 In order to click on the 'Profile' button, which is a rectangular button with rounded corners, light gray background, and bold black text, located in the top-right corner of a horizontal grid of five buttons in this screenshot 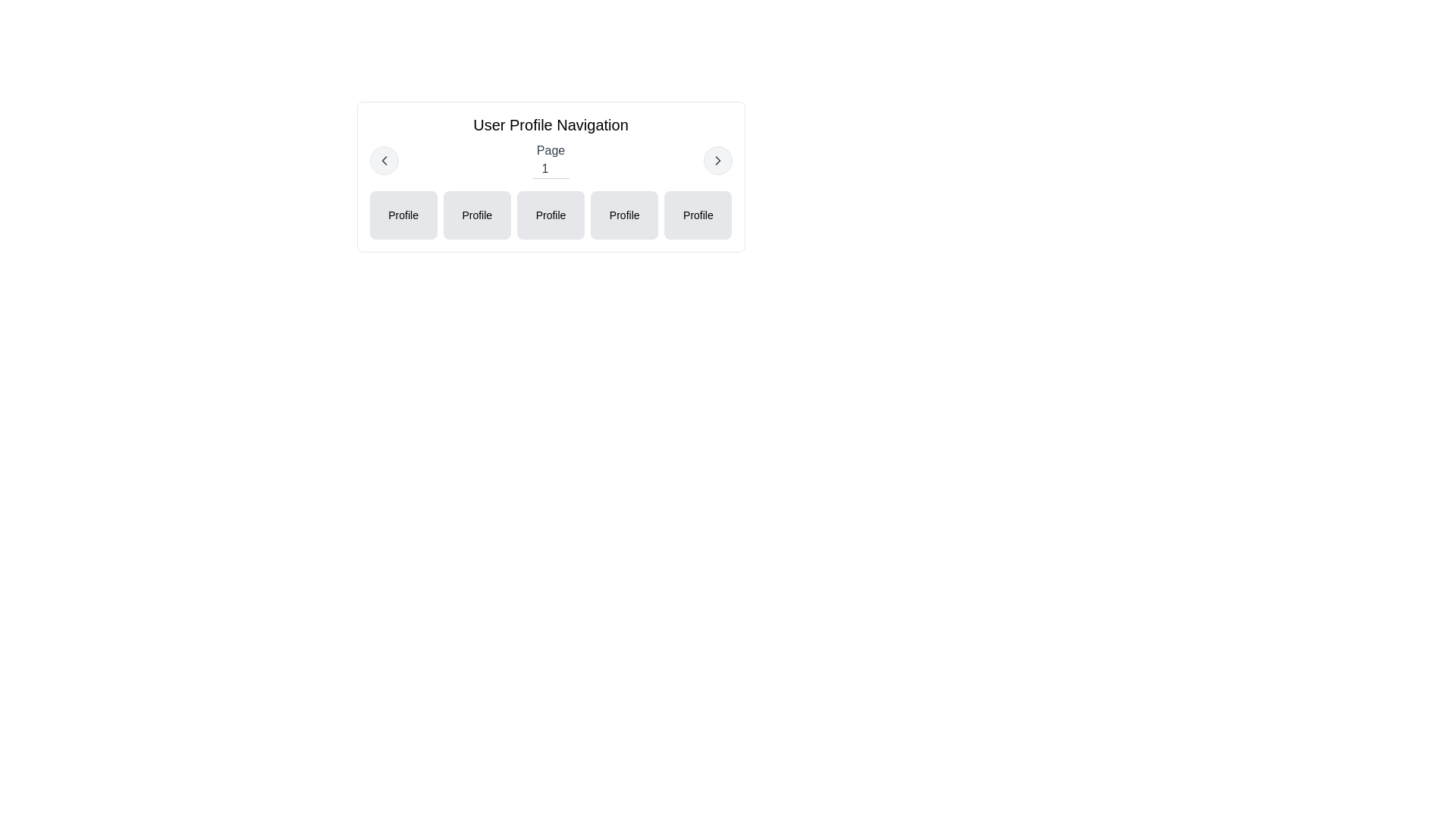, I will do `click(697, 215)`.